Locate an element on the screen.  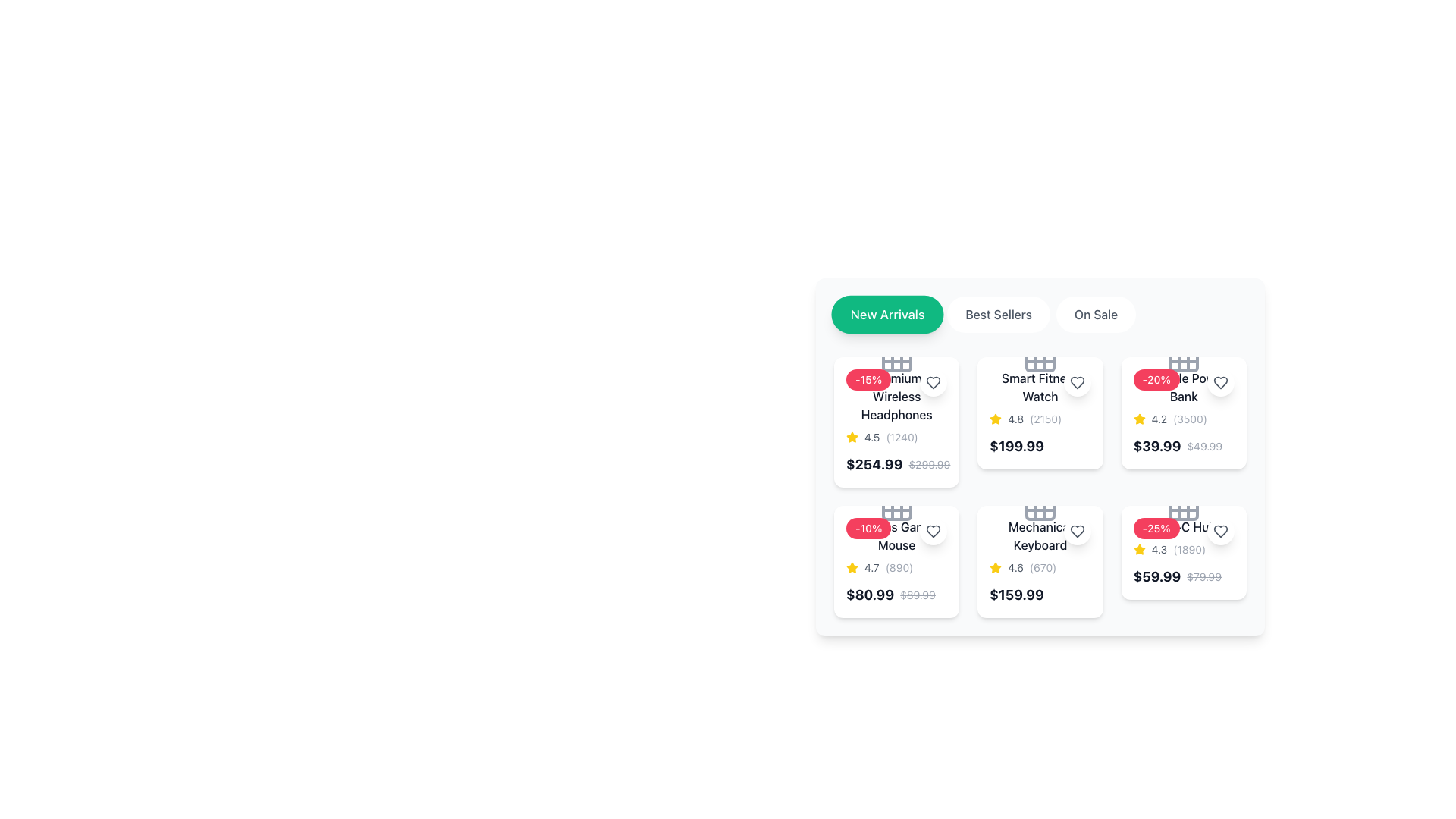
the star icon that visually represents a rating of 4.5 at the beginning of the rating section is located at coordinates (852, 438).